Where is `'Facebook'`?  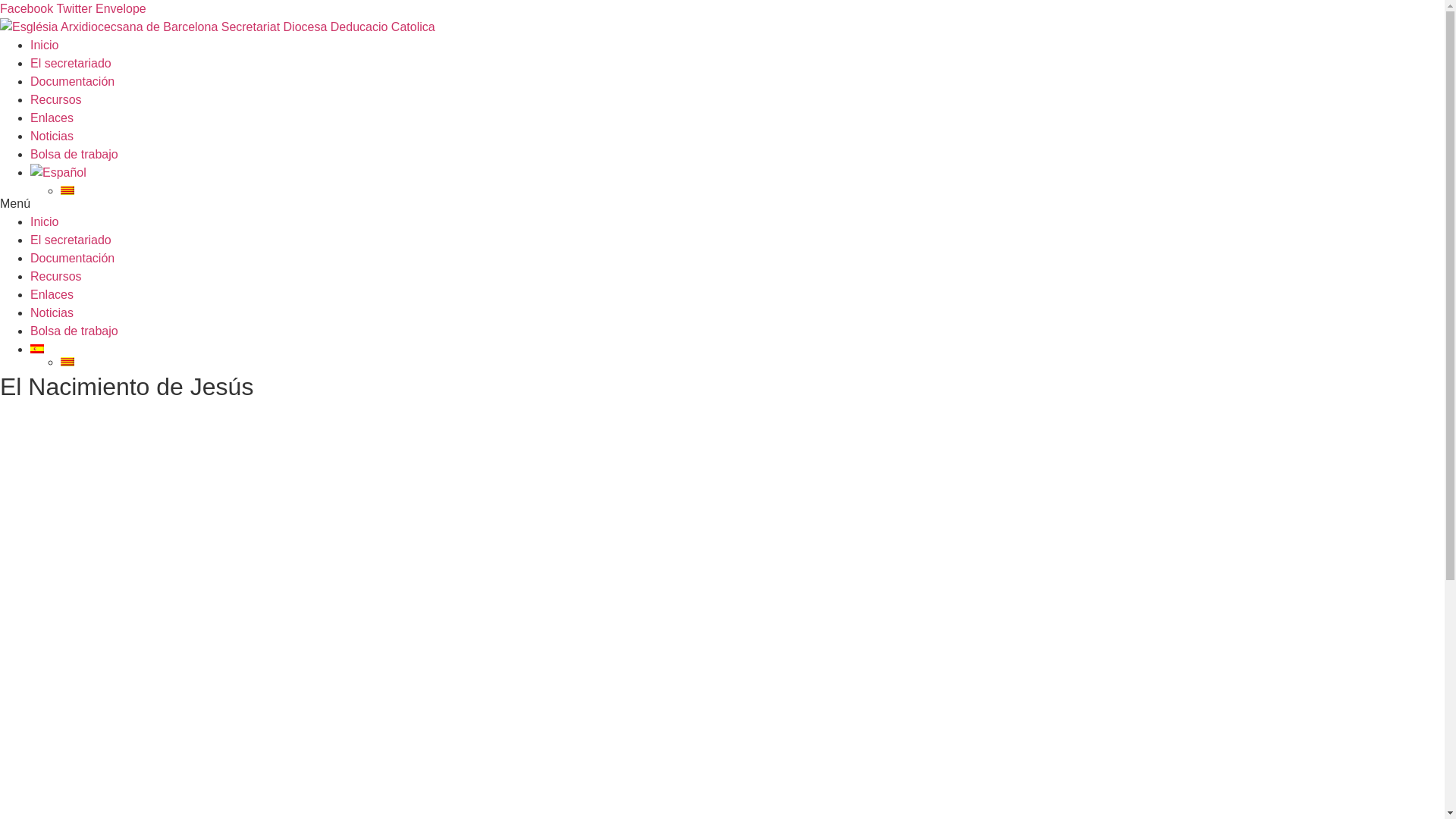
'Facebook' is located at coordinates (28, 8).